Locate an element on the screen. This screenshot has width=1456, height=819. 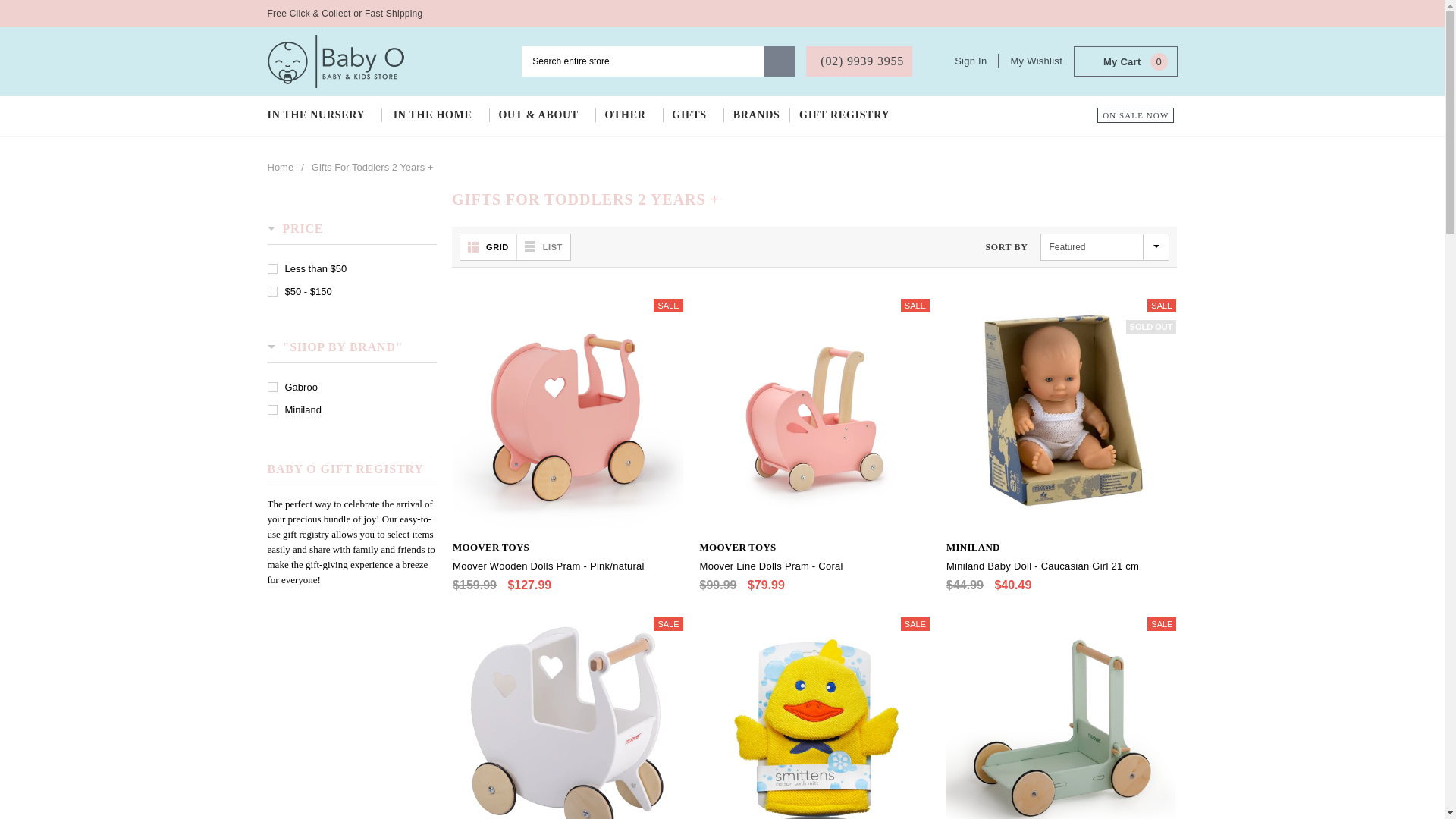
'LIST' is located at coordinates (516, 246).